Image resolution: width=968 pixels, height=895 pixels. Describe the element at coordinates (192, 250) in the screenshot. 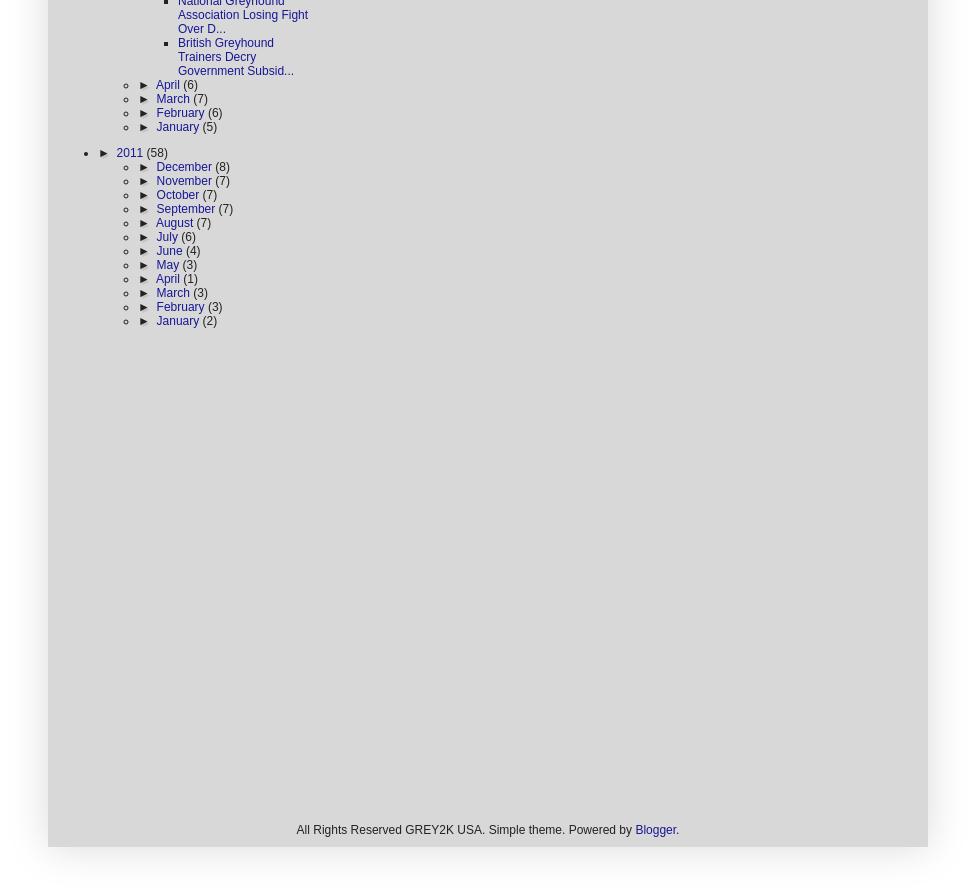

I see `'(4)'` at that location.